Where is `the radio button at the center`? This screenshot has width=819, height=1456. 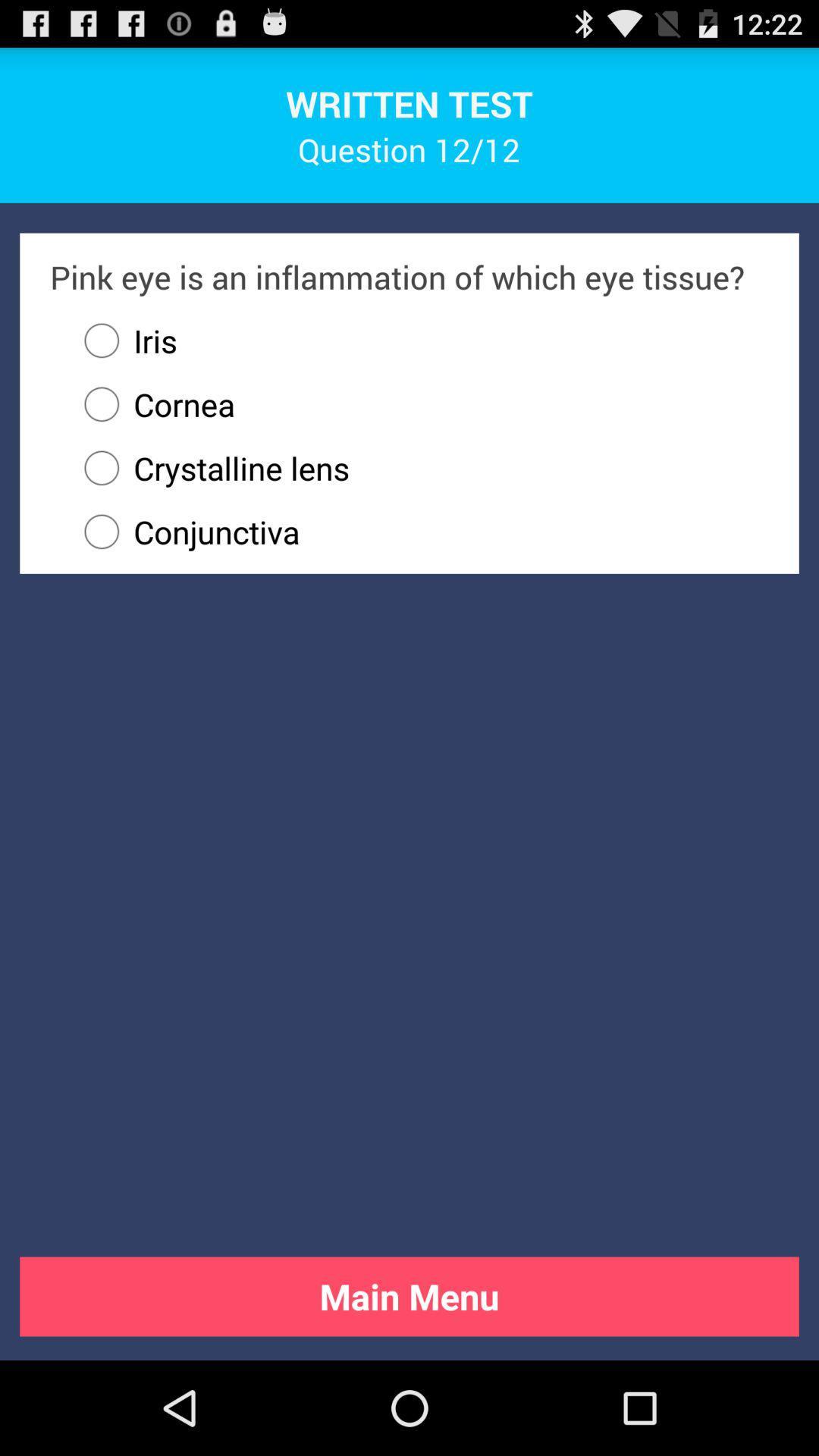 the radio button at the center is located at coordinates (419, 532).